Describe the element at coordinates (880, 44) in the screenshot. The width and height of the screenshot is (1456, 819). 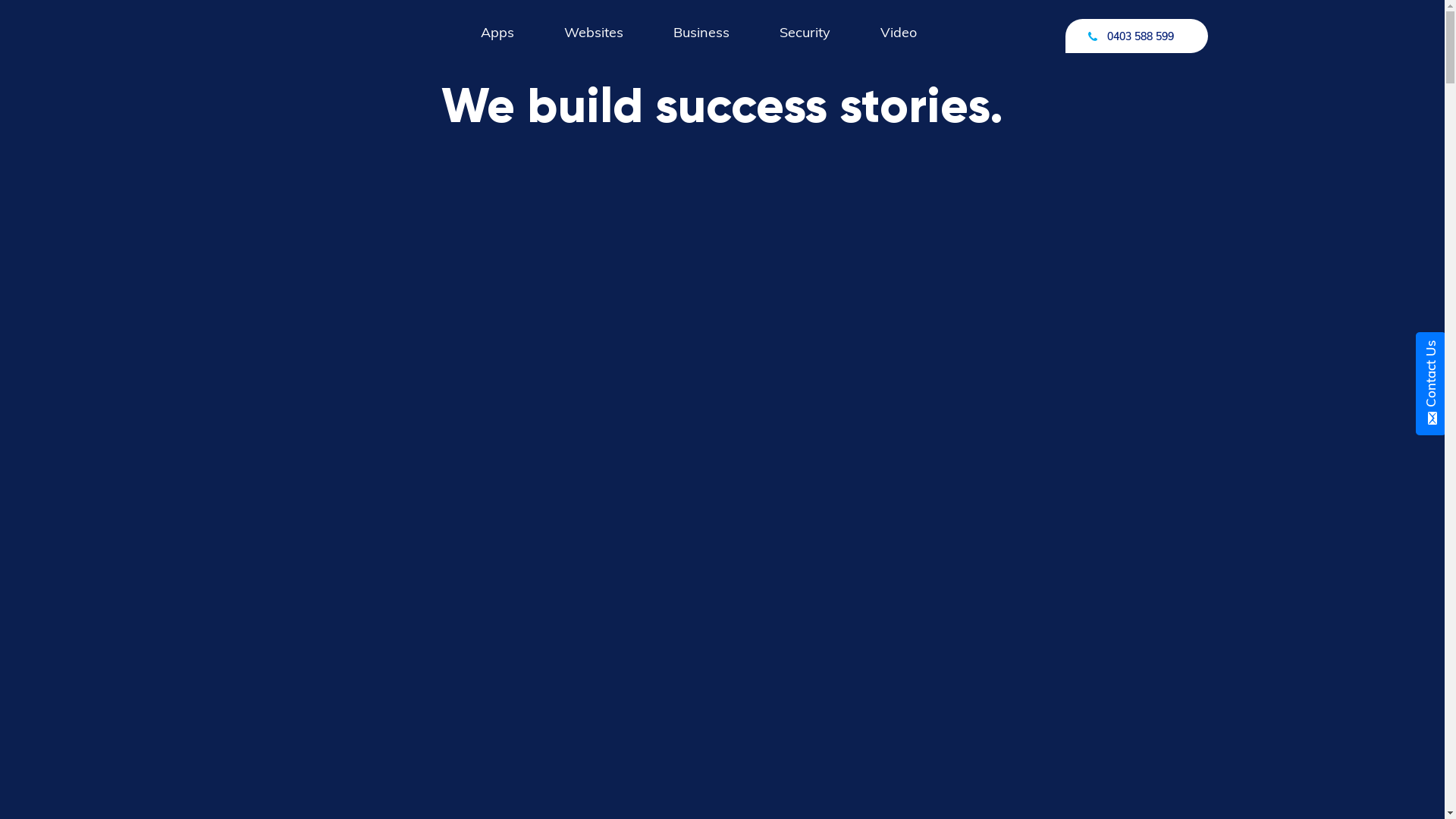
I see `'Video'` at that location.